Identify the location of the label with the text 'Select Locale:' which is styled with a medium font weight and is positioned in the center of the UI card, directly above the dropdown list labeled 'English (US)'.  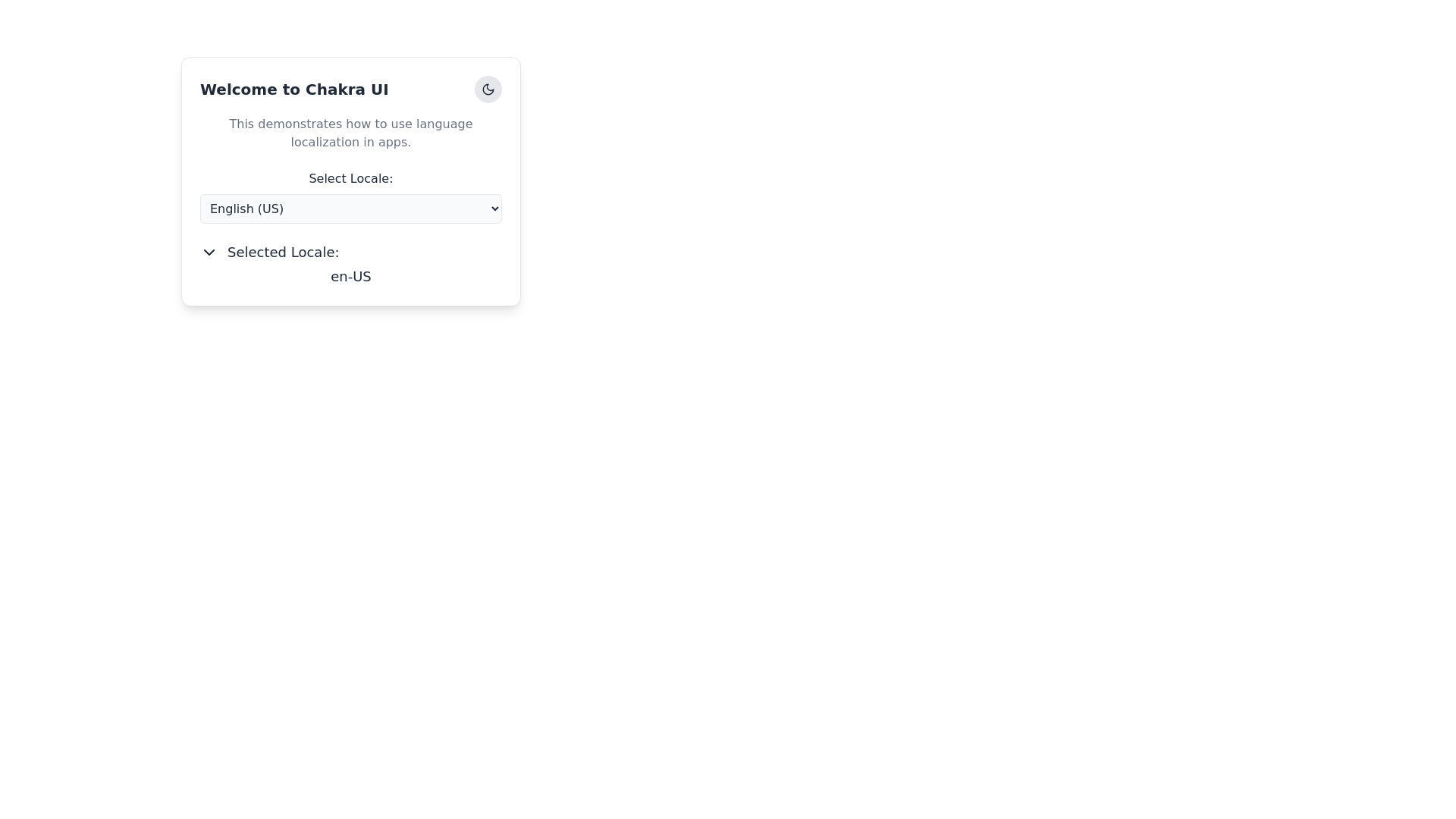
(350, 177).